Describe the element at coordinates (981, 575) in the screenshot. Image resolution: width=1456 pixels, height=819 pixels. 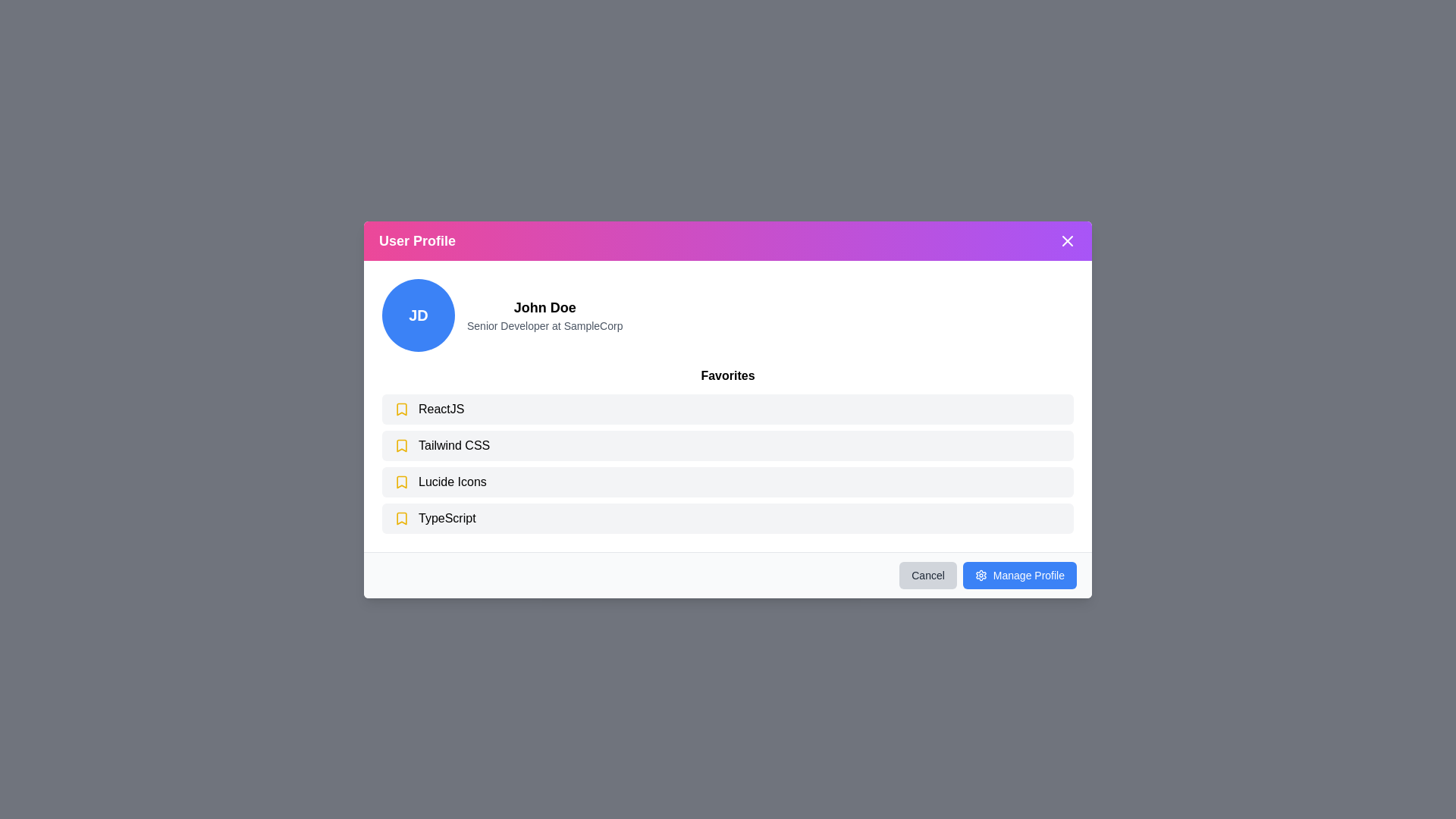
I see `the cogwheel icon within the blue 'Manage Profile' button located at the bottom center of the modal window` at that location.